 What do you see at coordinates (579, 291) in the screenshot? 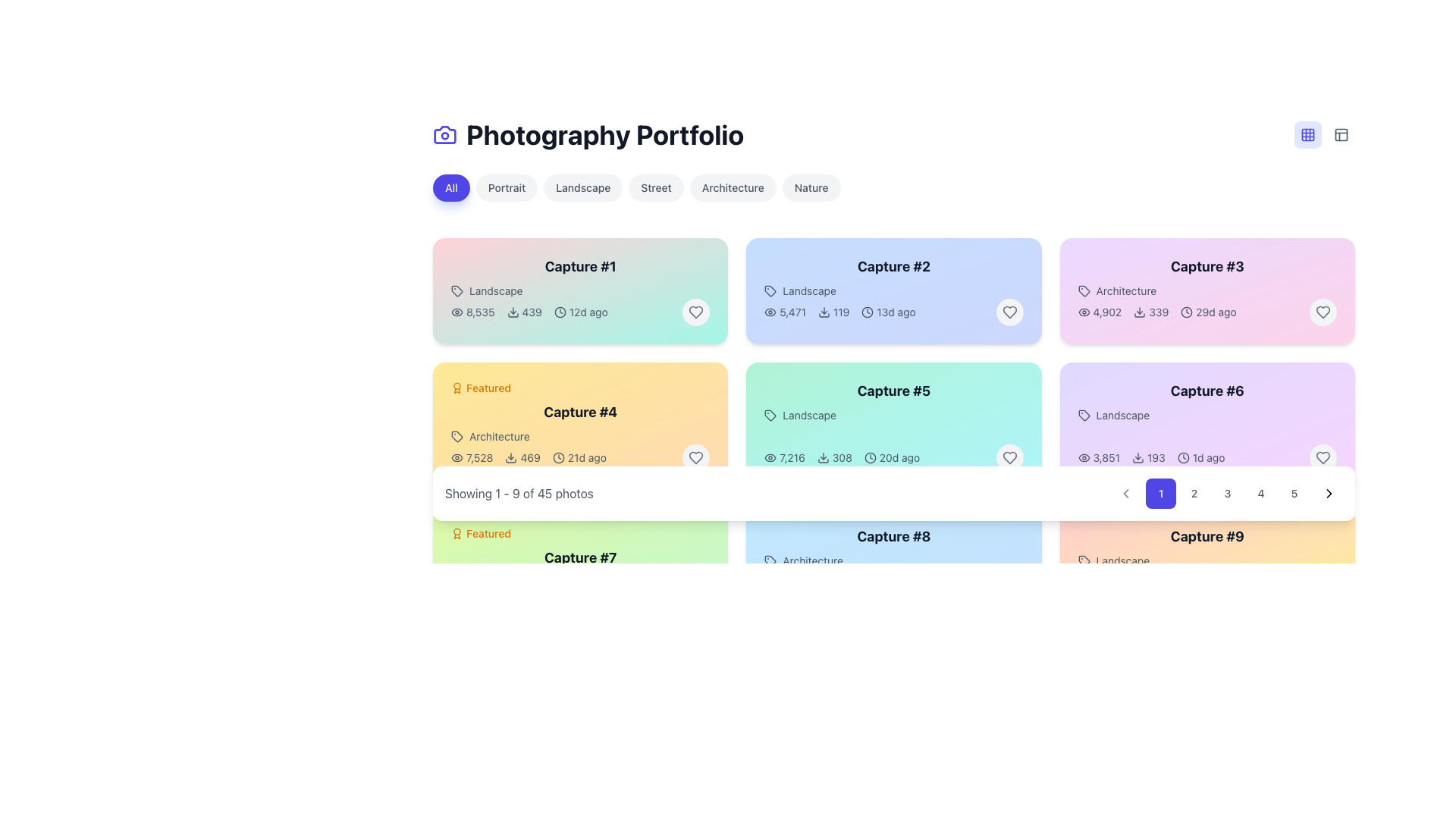
I see `the 'Capture #1' card in the photography portfolio section to observe the shadow transition effect` at bounding box center [579, 291].